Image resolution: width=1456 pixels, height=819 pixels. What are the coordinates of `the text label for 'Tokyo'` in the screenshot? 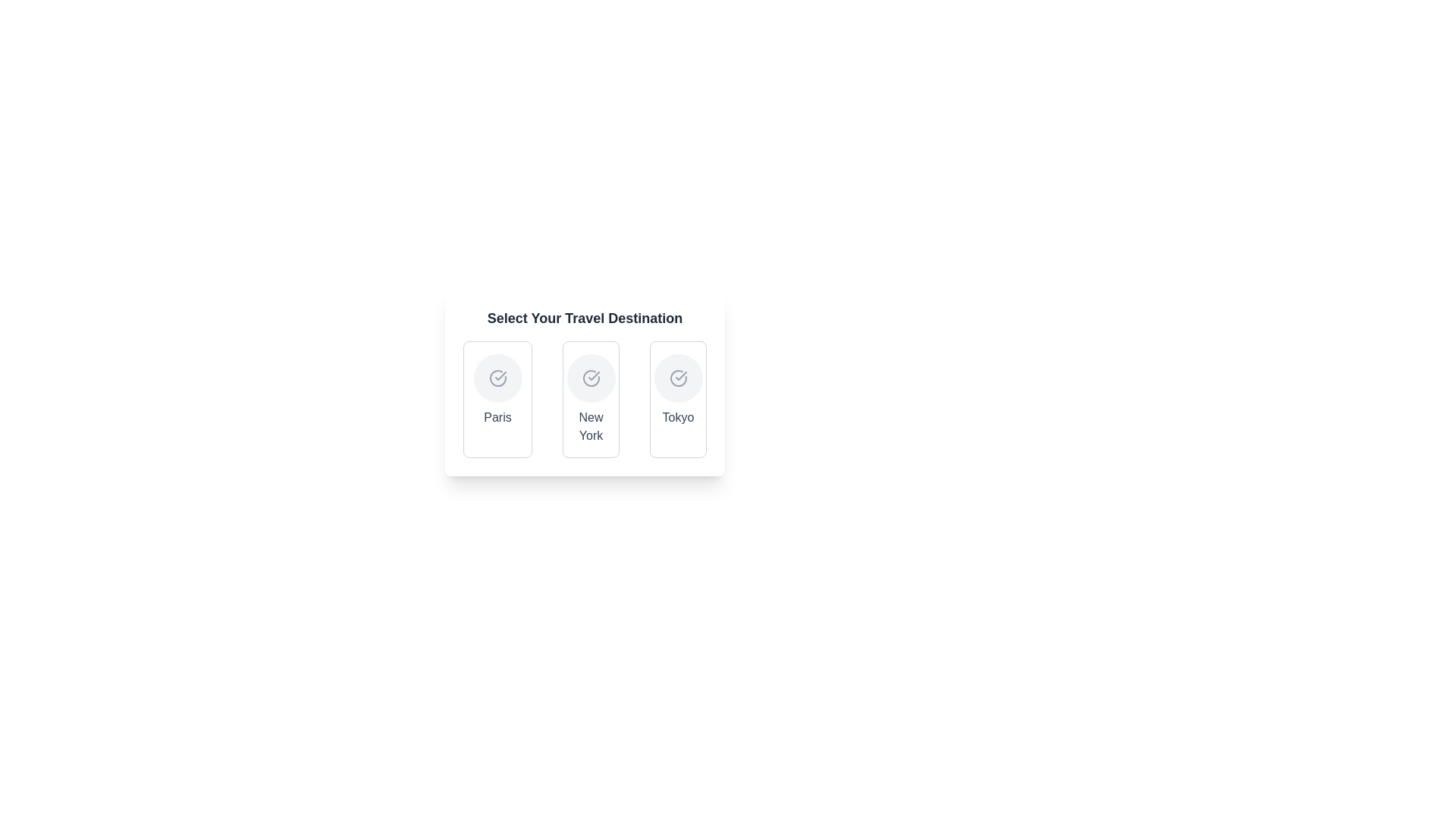 It's located at (677, 418).